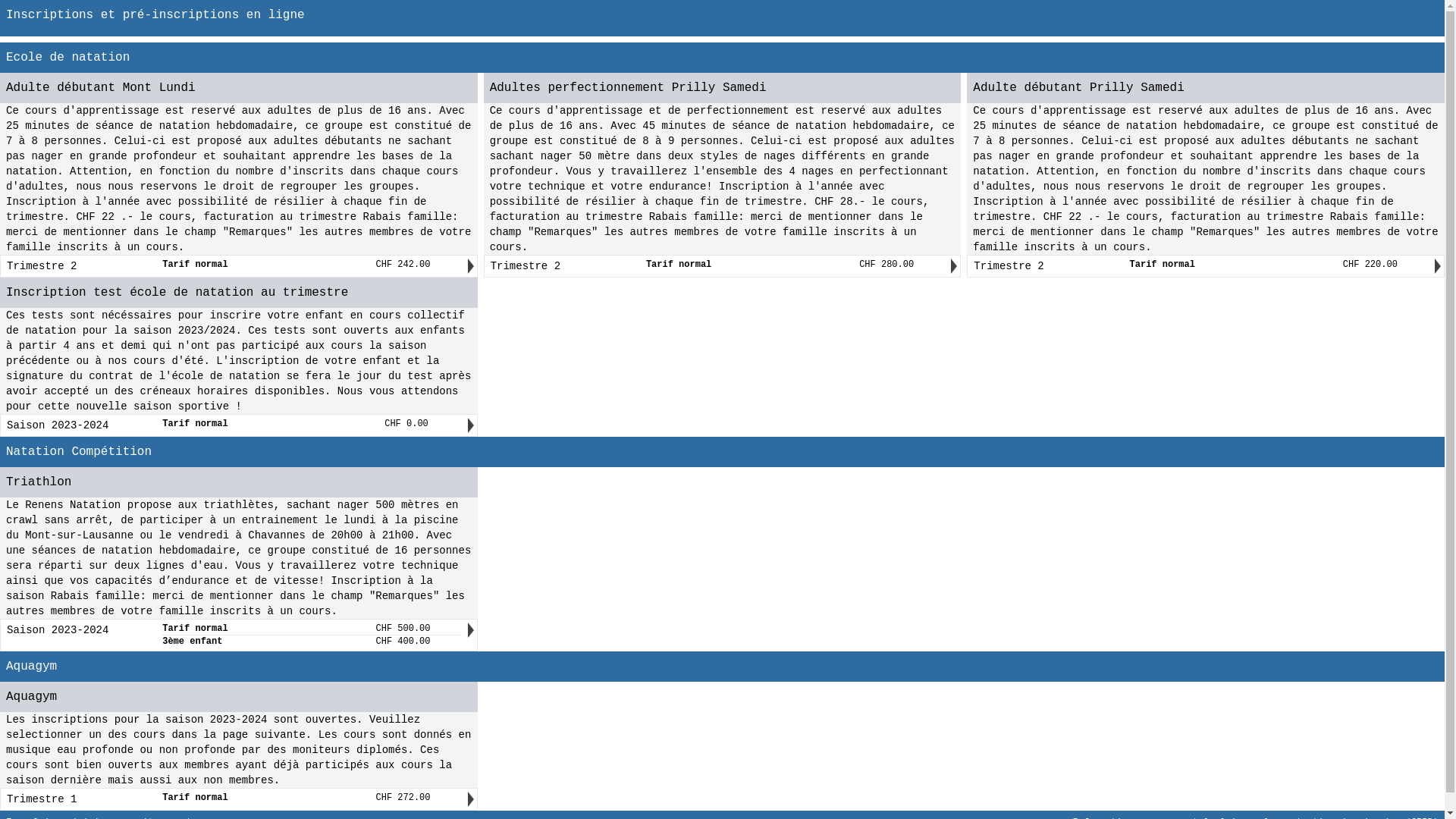 The image size is (1456, 819). Describe the element at coordinates (1200, 265) in the screenshot. I see `'Trimestre 2` at that location.